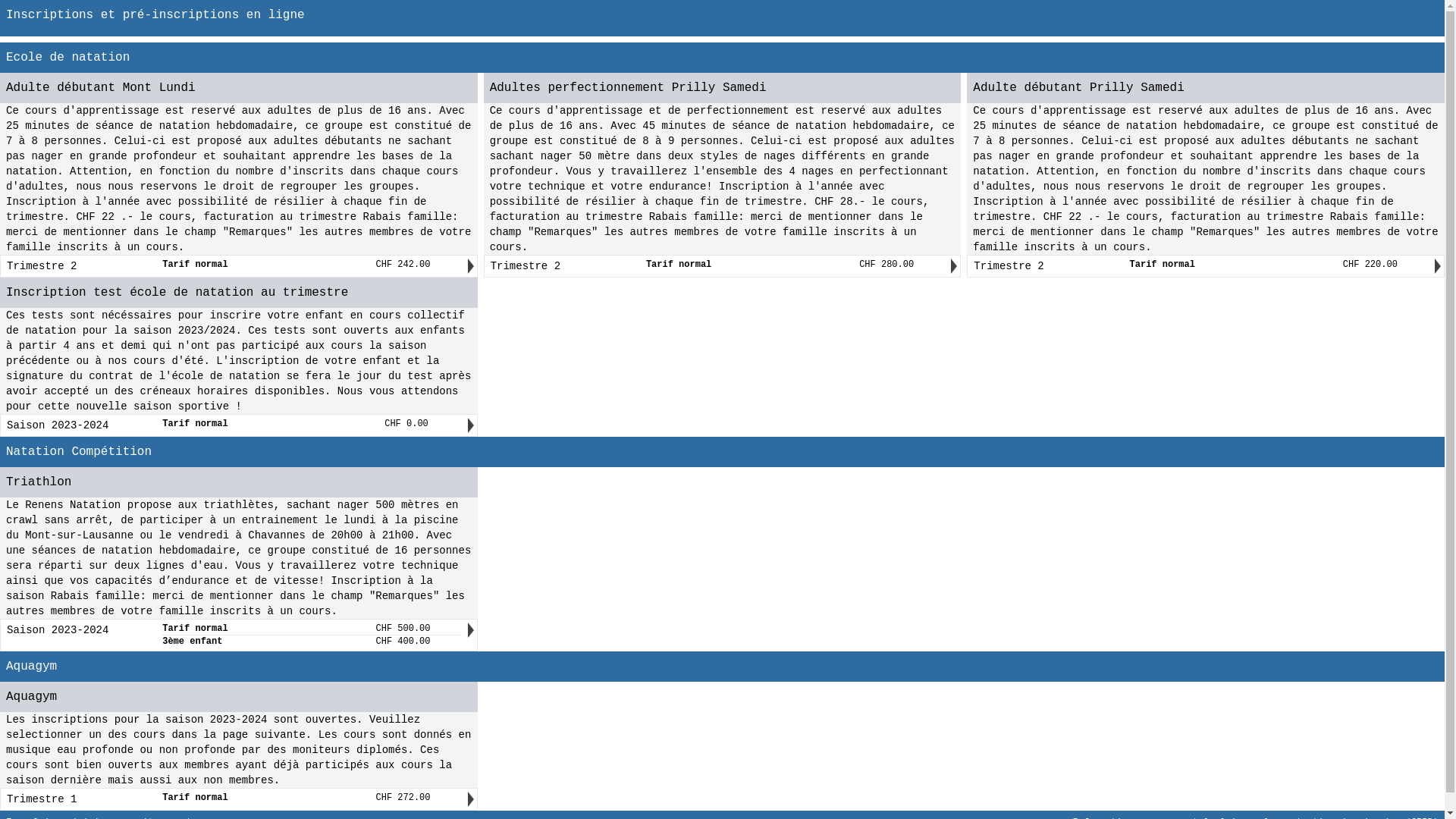 The image size is (1456, 819). Describe the element at coordinates (1200, 265) in the screenshot. I see `'Trimestre 2` at that location.